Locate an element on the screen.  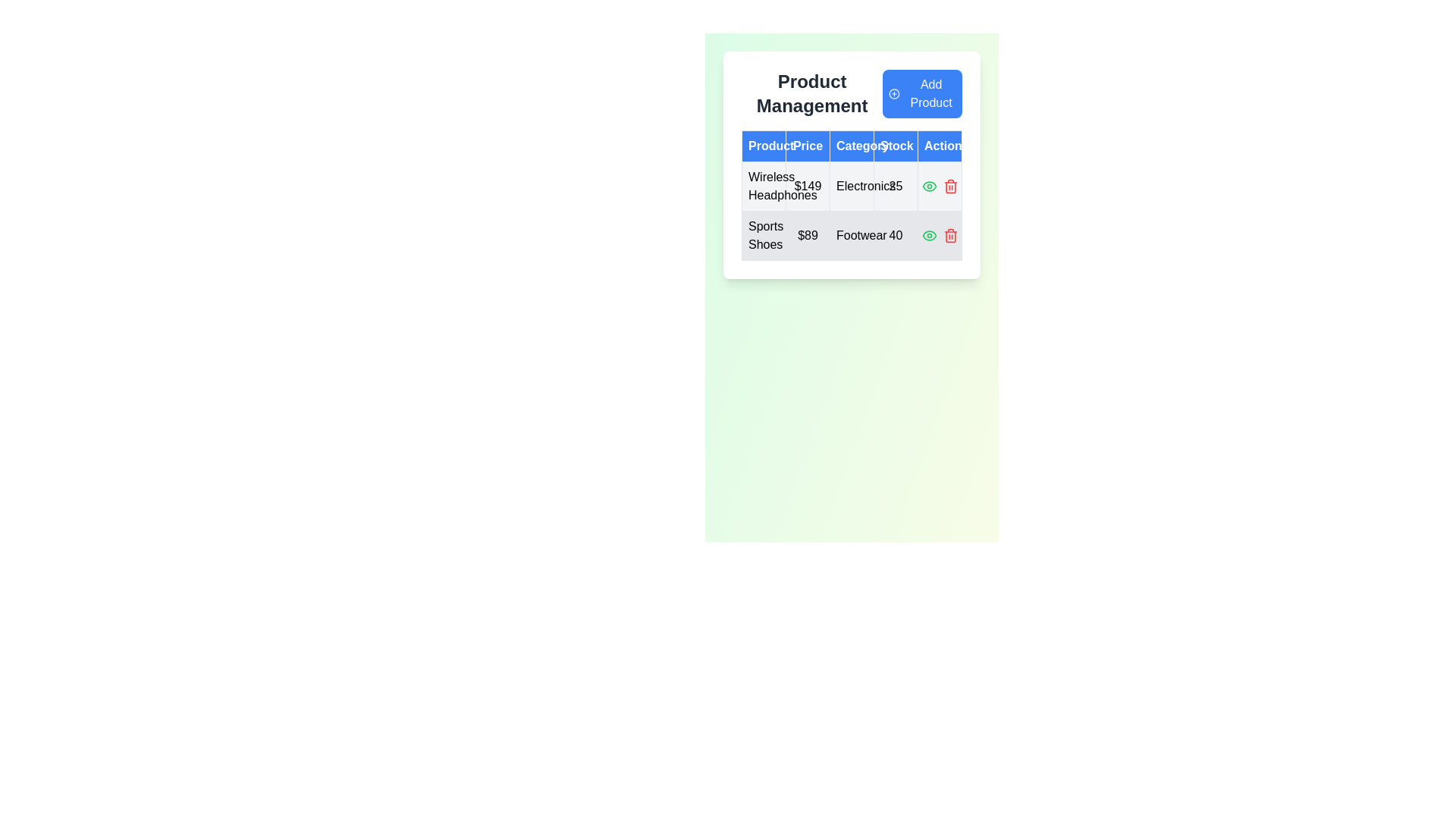
the 'Stock' header label in the tabular interface, which is the fourth element in a row of five headers: 'Product', 'Price', 'Category', 'Stock', and 'Actions' is located at coordinates (896, 146).